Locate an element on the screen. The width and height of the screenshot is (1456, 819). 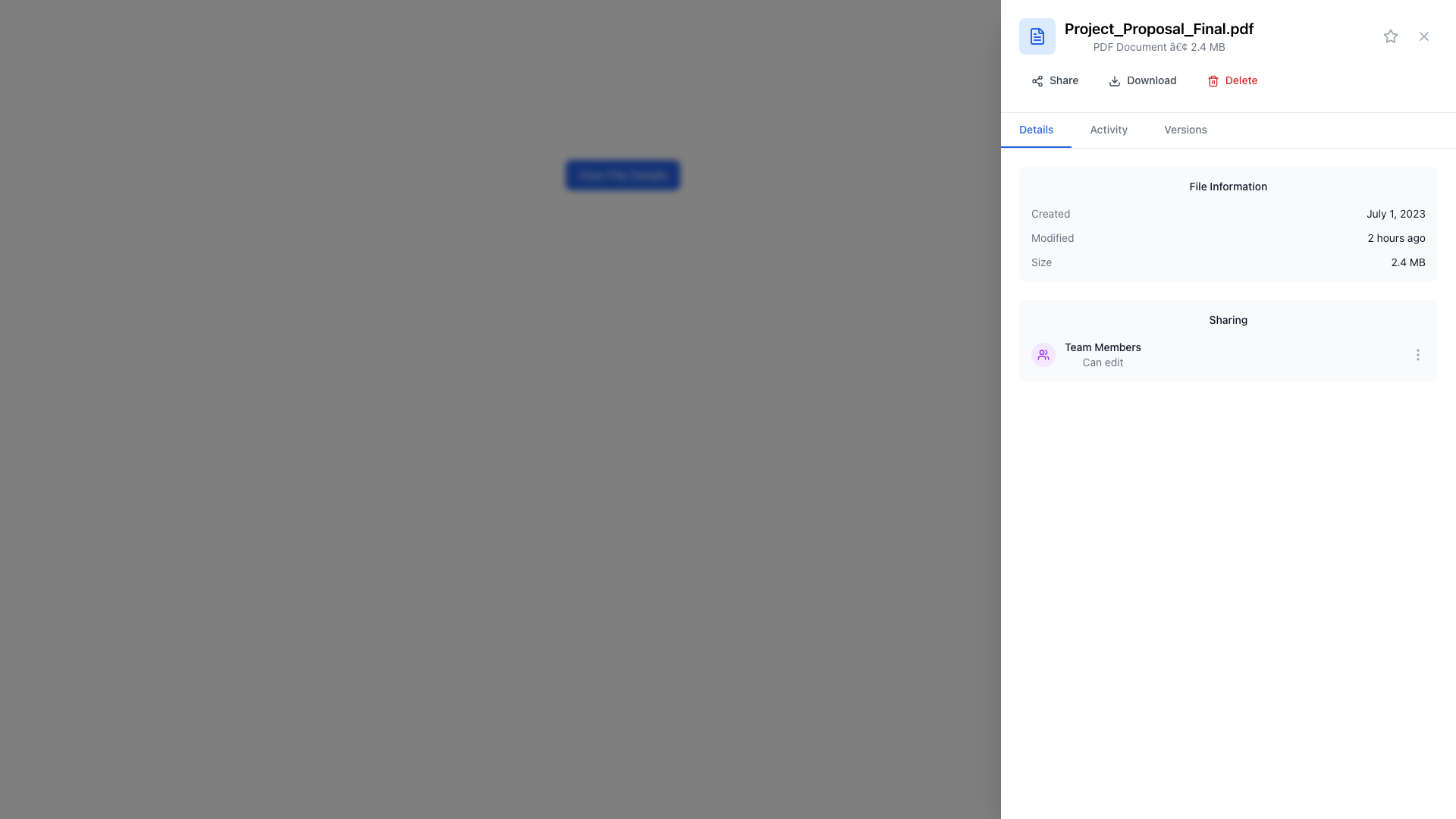
the 'Team Members' label with a purple circular icon and text indicating 'Can edit', located in the 'Sharing' section is located at coordinates (1085, 354).